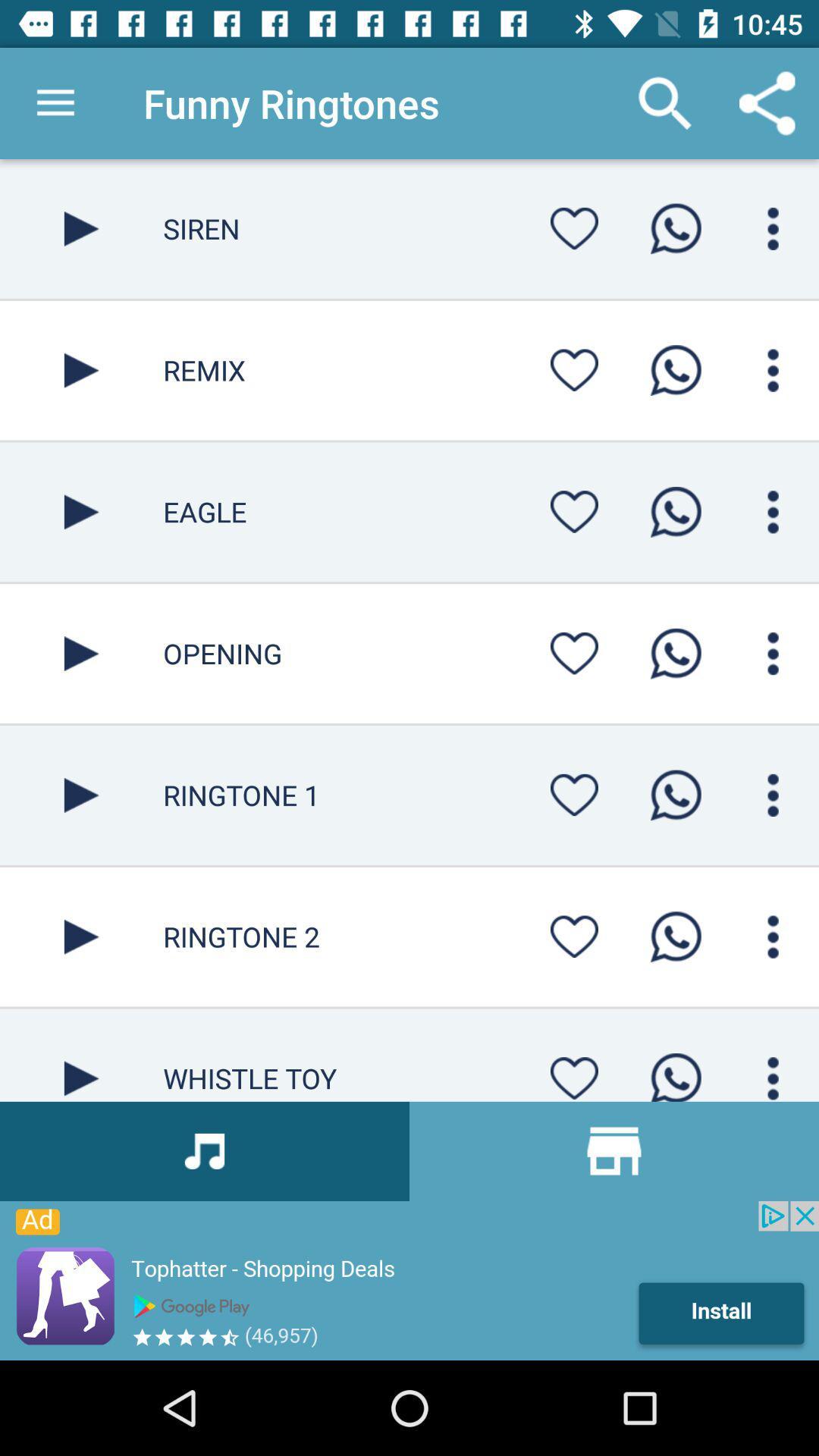 This screenshot has height=1456, width=819. What do you see at coordinates (81, 512) in the screenshot?
I see `button` at bounding box center [81, 512].